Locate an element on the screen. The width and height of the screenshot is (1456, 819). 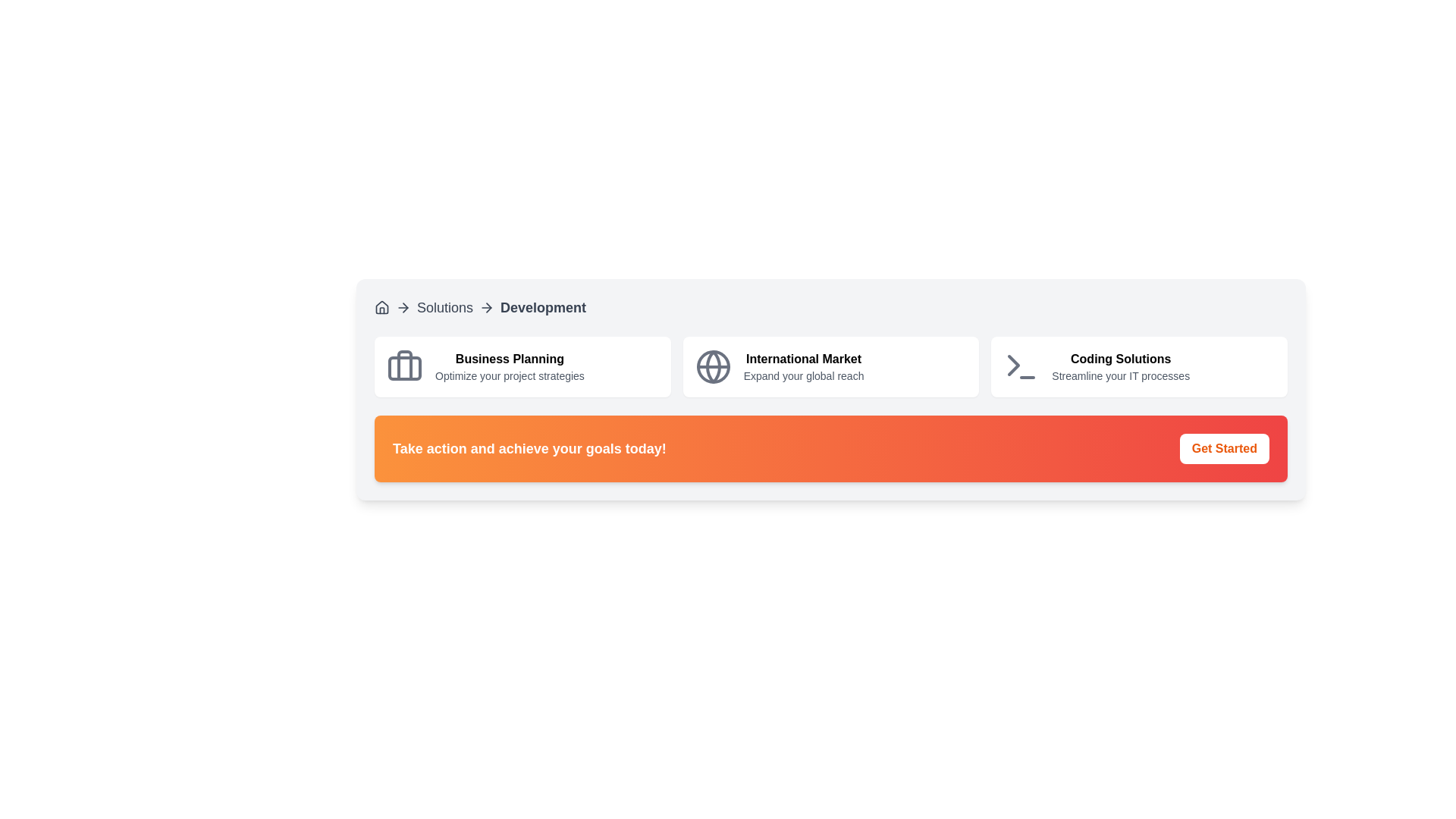
the bold 'Development' text in the breadcrumb navigation is located at coordinates (543, 307).